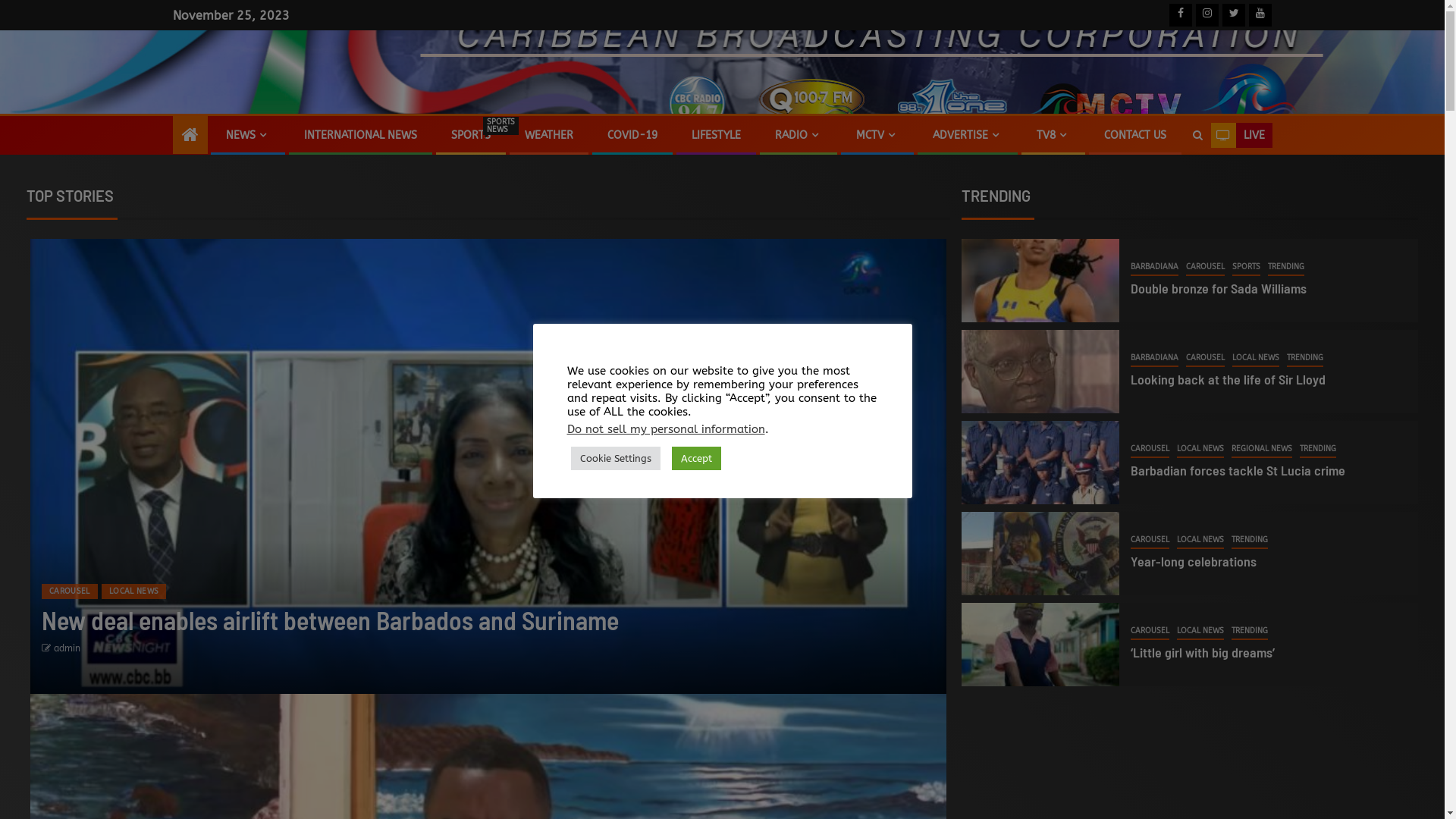 The width and height of the screenshot is (1456, 819). I want to click on 'TRENDING', so click(1249, 632).